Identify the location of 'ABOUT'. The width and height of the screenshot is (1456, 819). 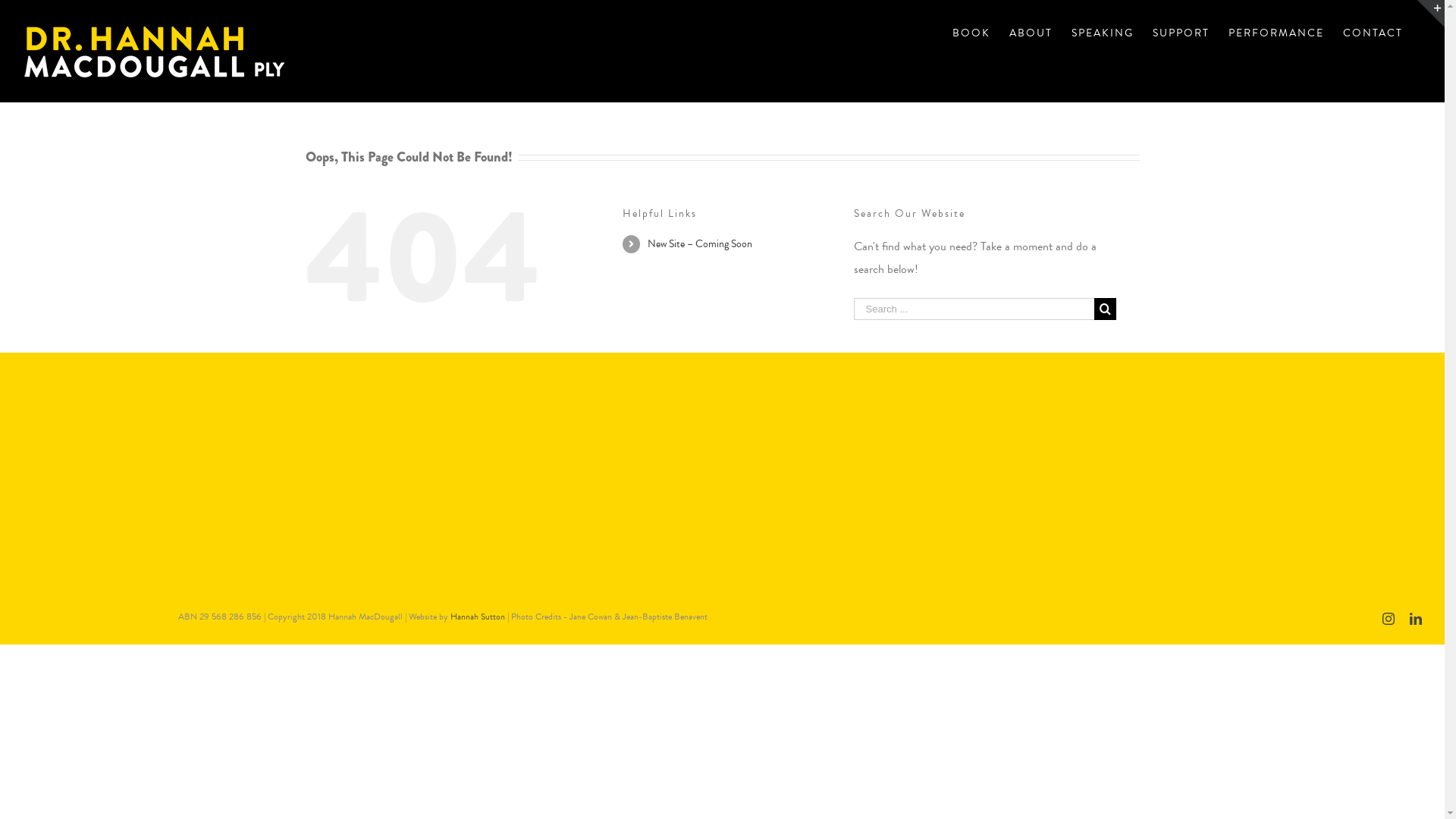
(1031, 32).